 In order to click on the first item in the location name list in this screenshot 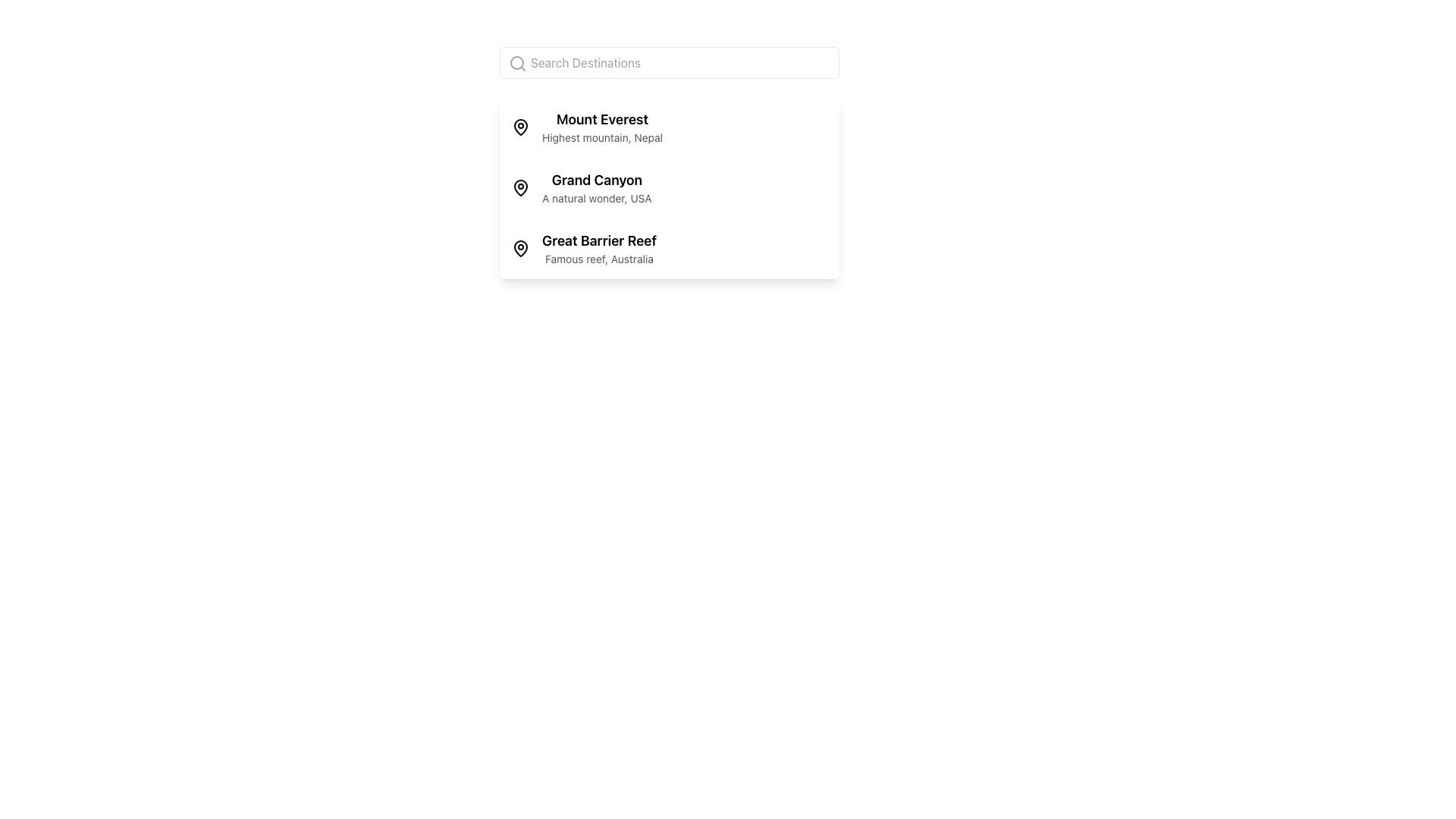, I will do `click(601, 127)`.